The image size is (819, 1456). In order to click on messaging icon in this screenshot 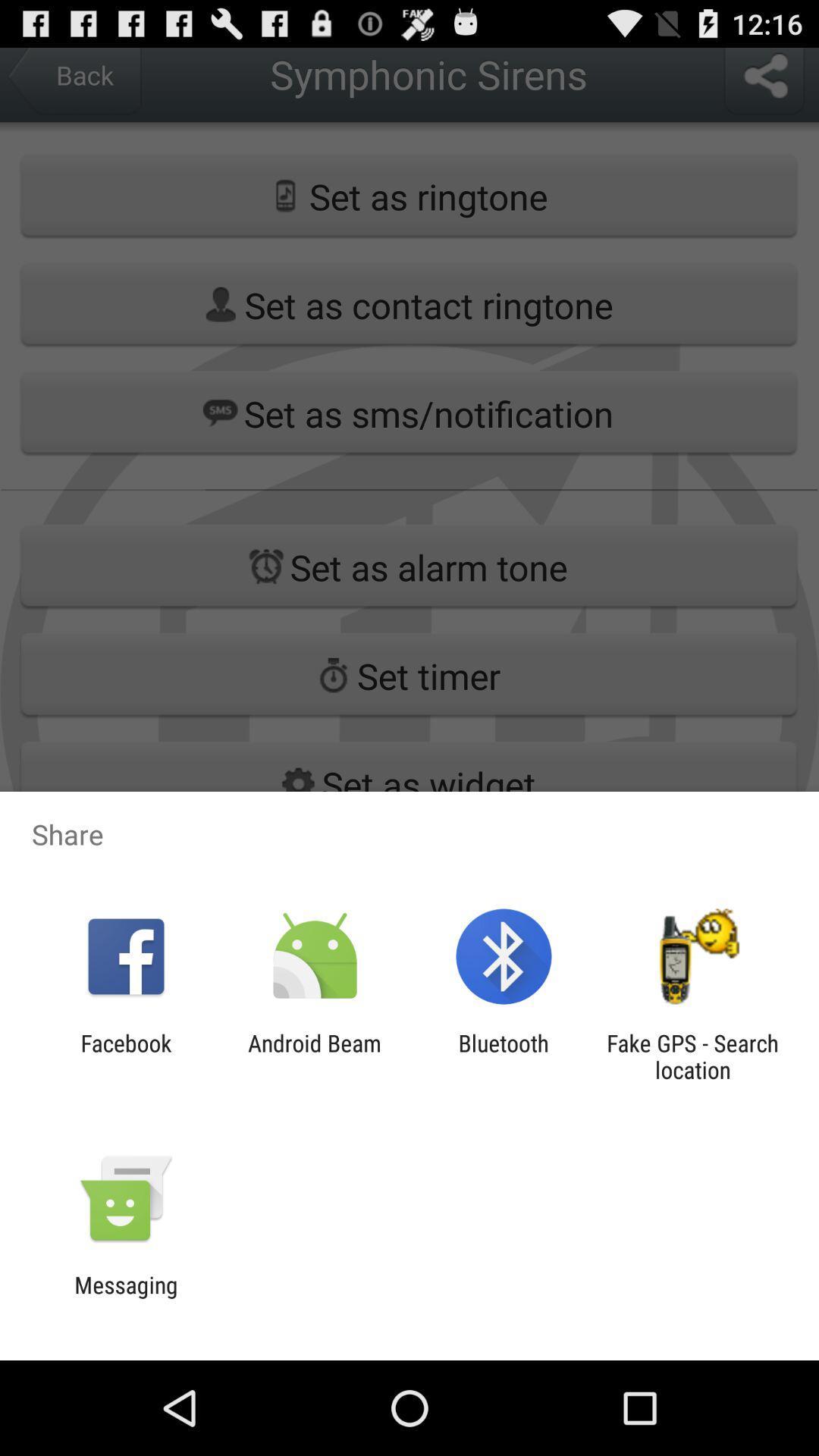, I will do `click(125, 1298)`.